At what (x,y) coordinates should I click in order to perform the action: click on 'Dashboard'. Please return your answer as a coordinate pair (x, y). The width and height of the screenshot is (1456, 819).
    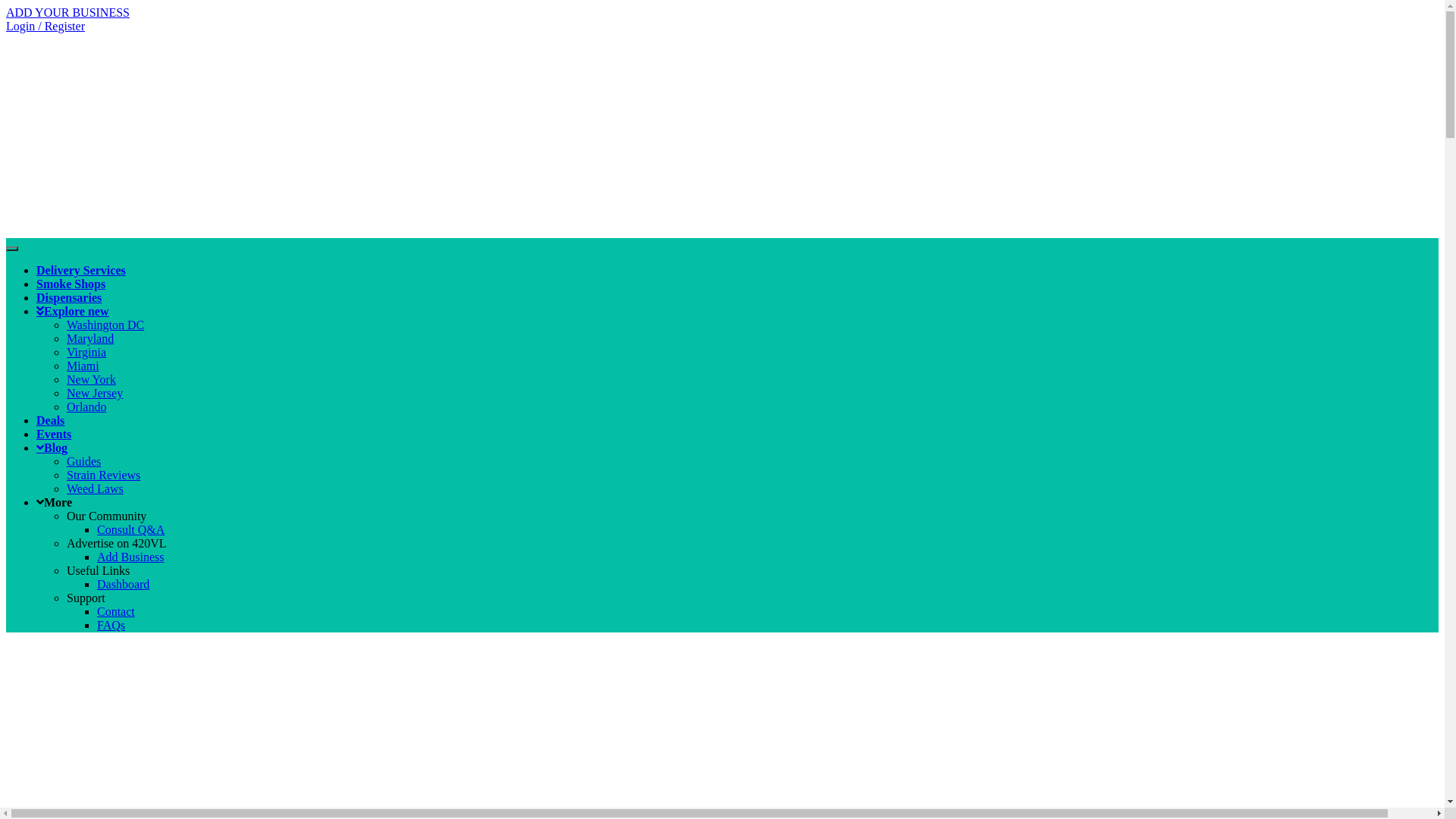
    Looking at the image, I should click on (123, 583).